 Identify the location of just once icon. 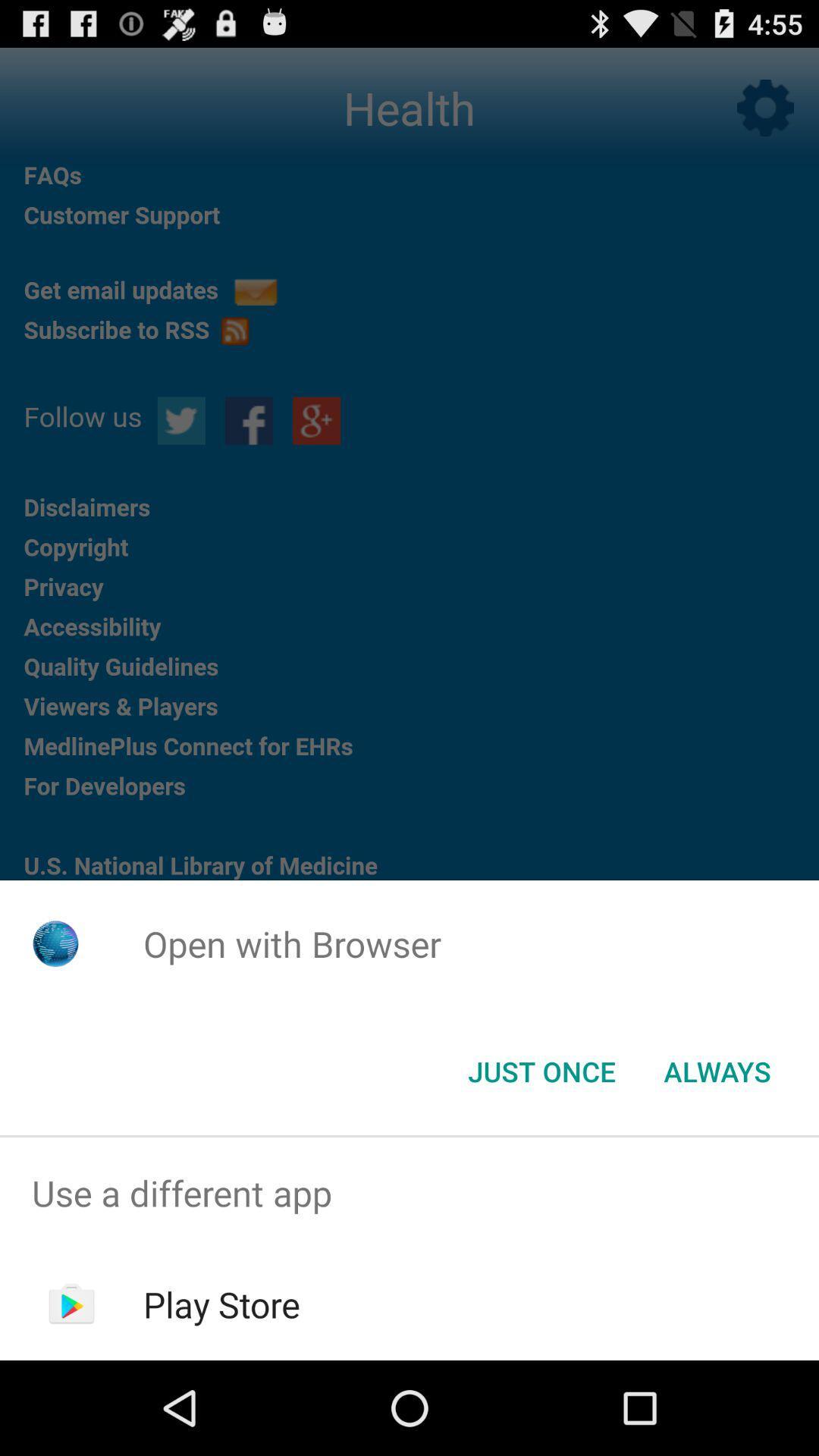
(541, 1070).